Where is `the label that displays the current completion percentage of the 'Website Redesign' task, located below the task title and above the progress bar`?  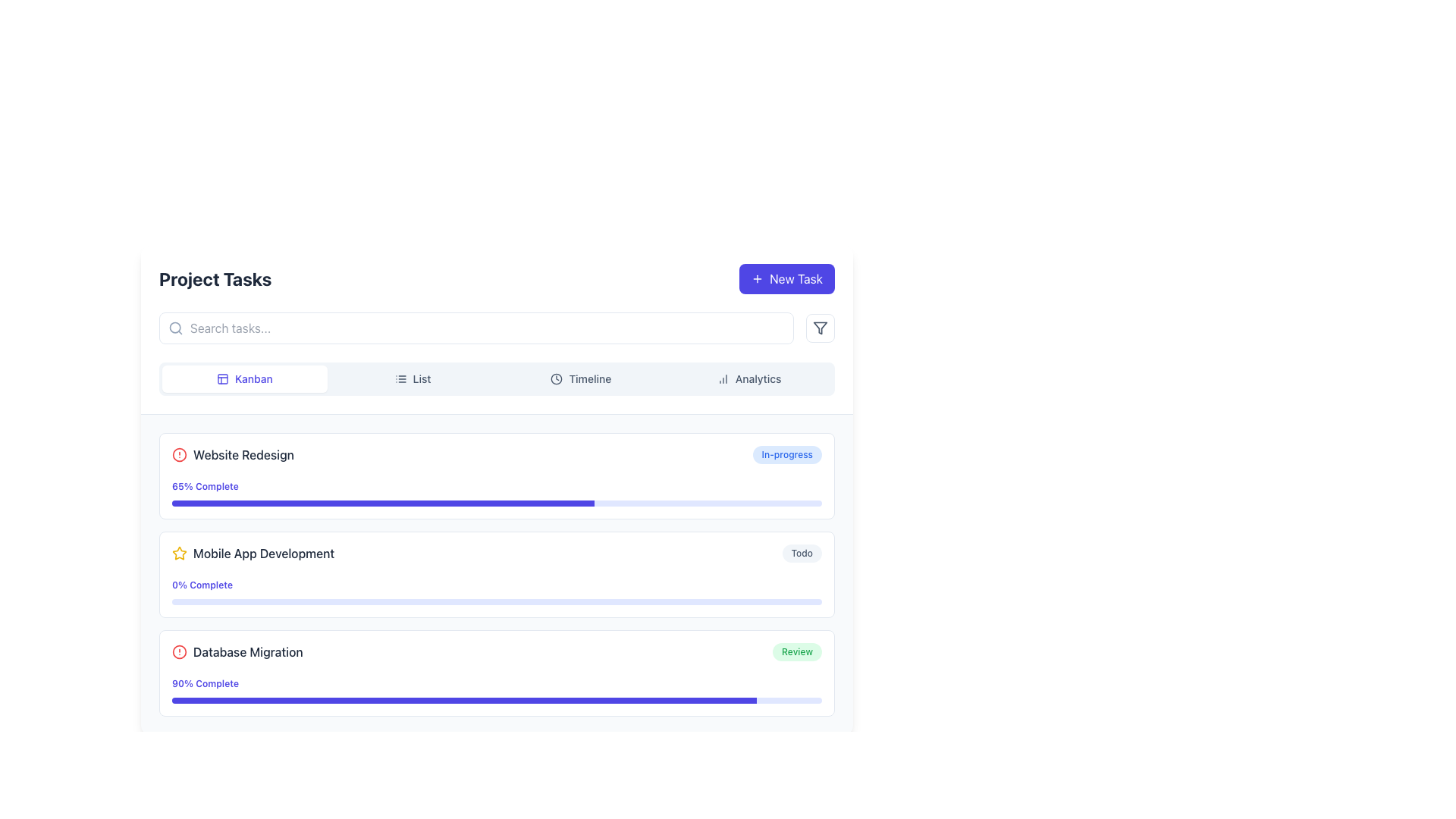
the label that displays the current completion percentage of the 'Website Redesign' task, located below the task title and above the progress bar is located at coordinates (204, 486).